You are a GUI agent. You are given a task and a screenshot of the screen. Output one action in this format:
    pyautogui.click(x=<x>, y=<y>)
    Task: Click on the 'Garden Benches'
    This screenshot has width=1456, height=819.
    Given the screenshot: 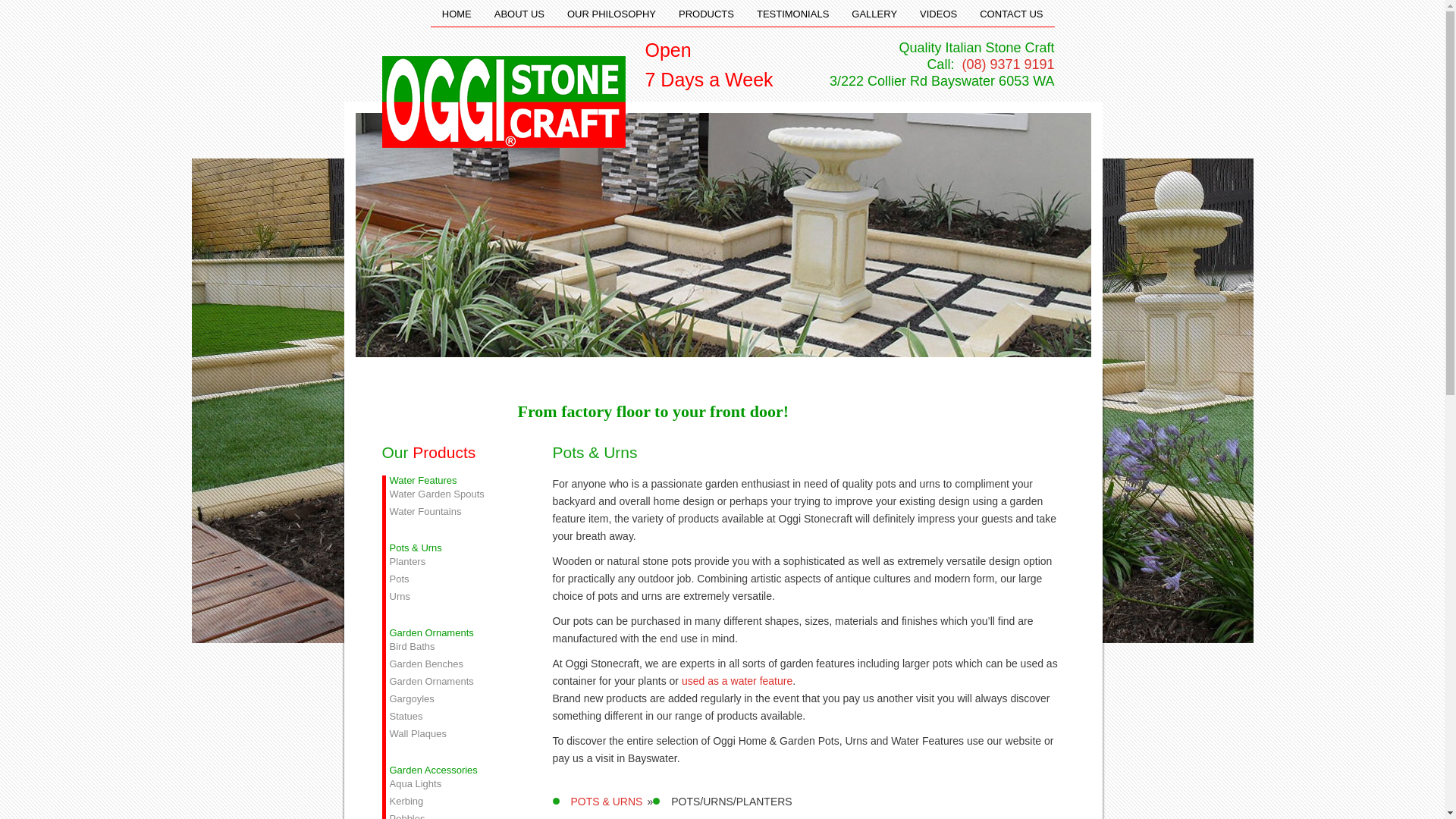 What is the action you would take?
    pyautogui.click(x=451, y=663)
    